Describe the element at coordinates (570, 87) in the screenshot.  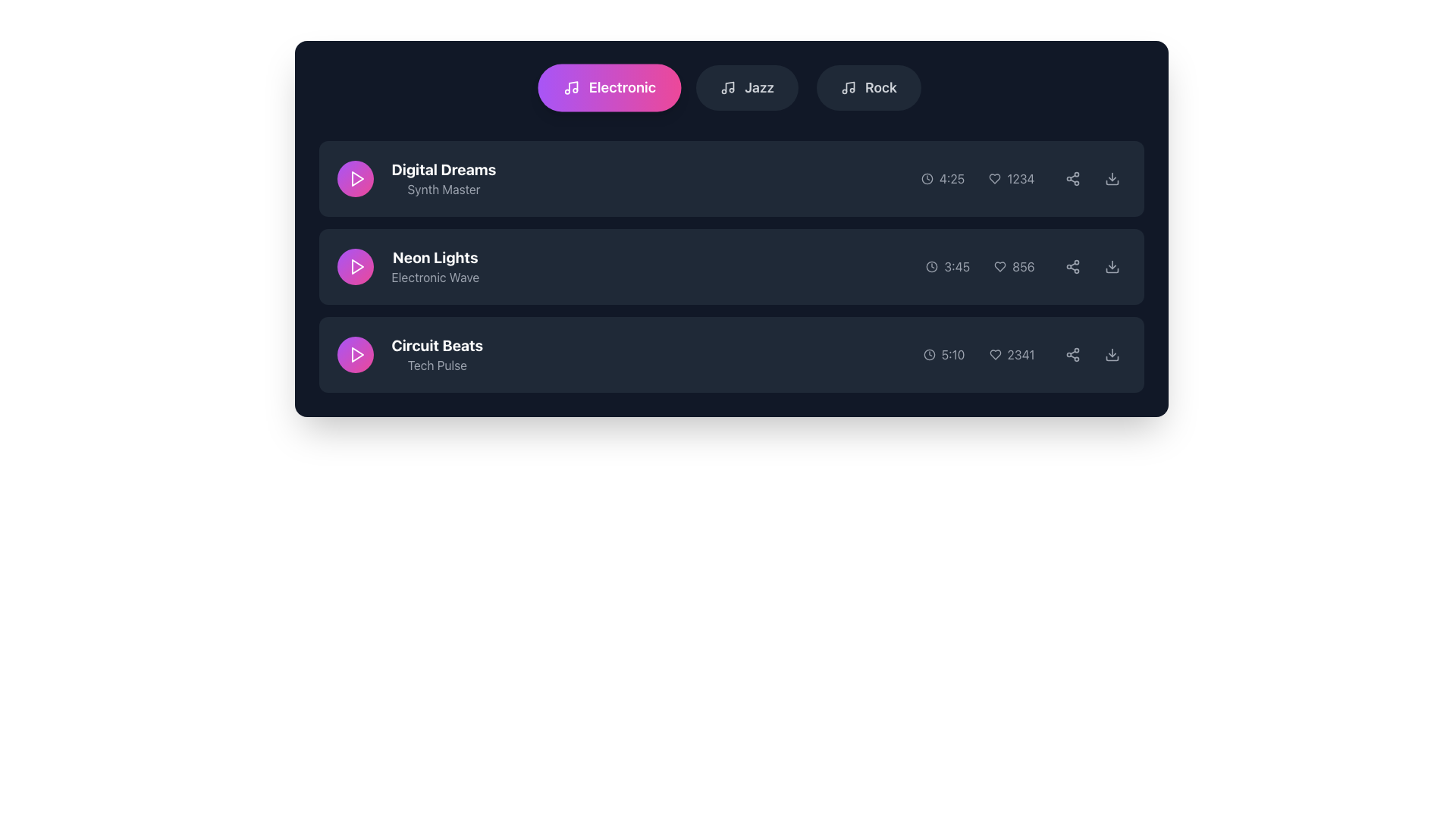
I see `the 'Electronic' button` at that location.